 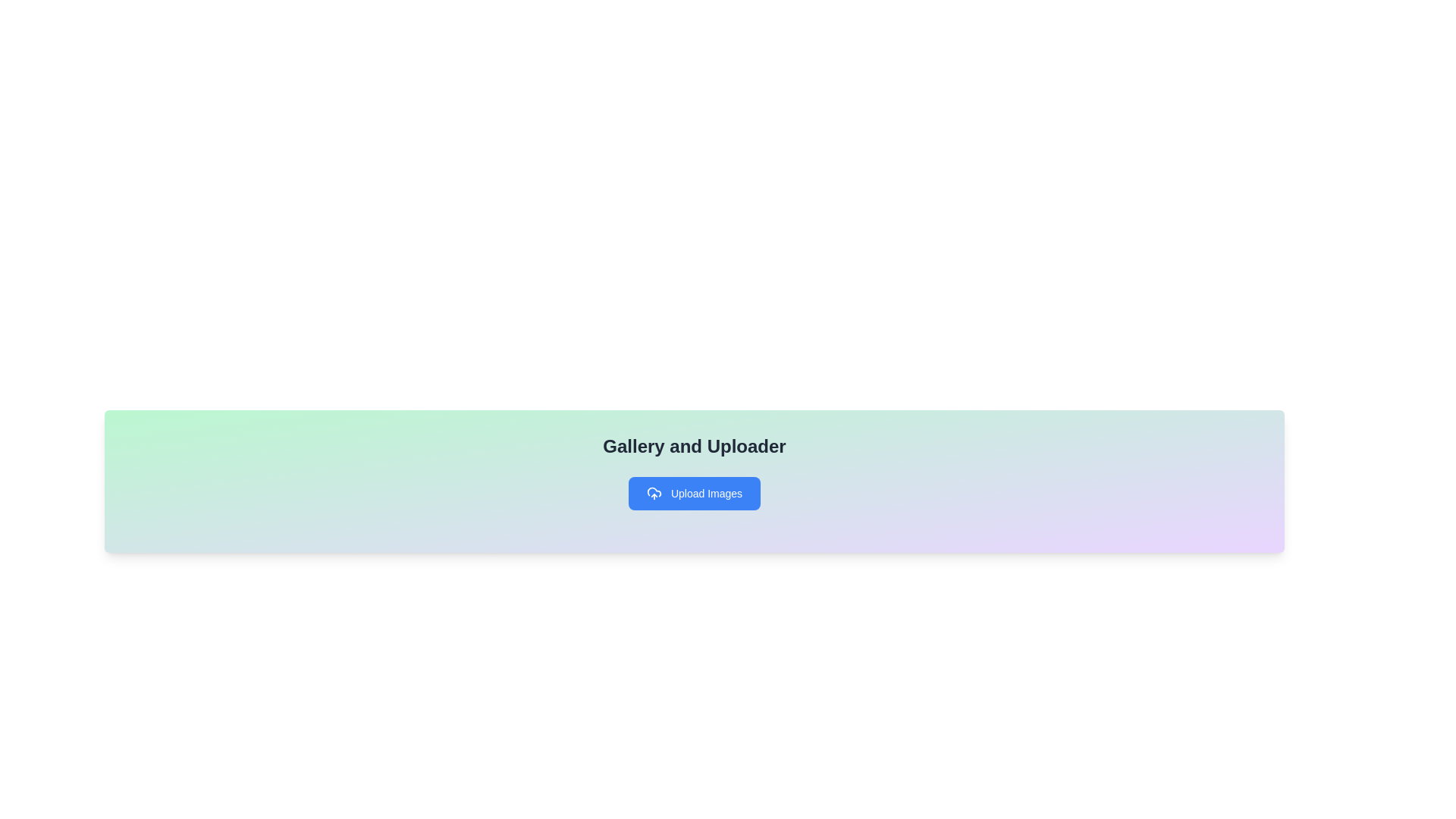 What do you see at coordinates (694, 494) in the screenshot?
I see `the button located below the heading 'Gallery and Uploader'` at bounding box center [694, 494].